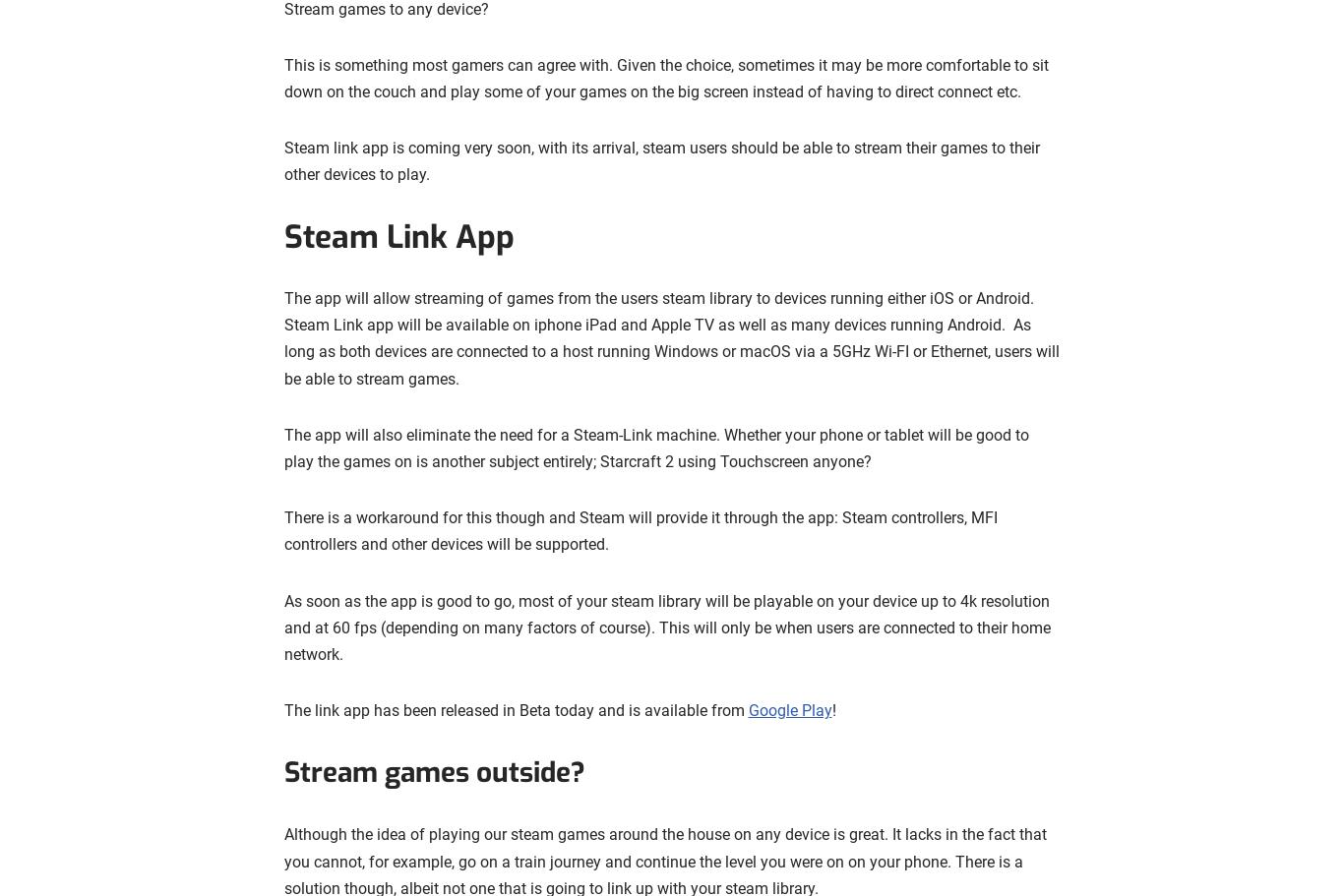 The height and width of the screenshot is (896, 1344). Describe the element at coordinates (639, 530) in the screenshot. I see `'There is a workaround for this though and Steam will provide it through the app: Steam controllers, MFI controllers and other devices will be supported.'` at that location.